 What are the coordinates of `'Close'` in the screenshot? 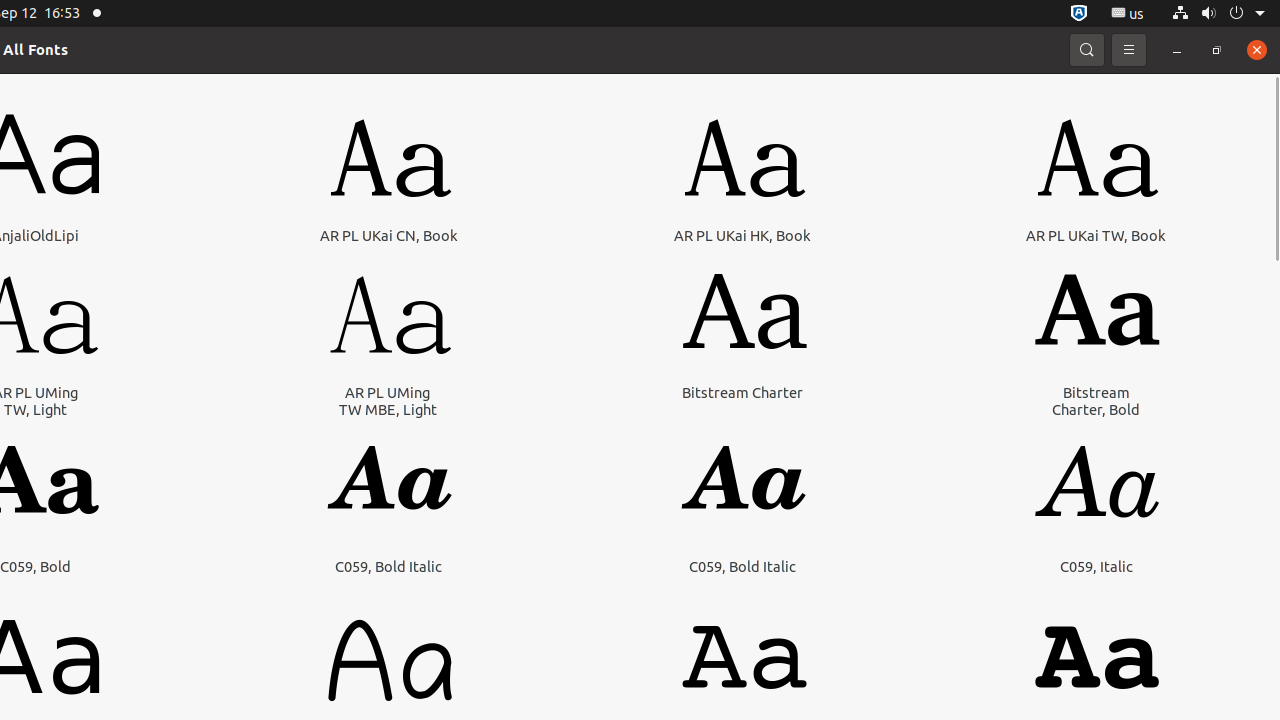 It's located at (1255, 48).